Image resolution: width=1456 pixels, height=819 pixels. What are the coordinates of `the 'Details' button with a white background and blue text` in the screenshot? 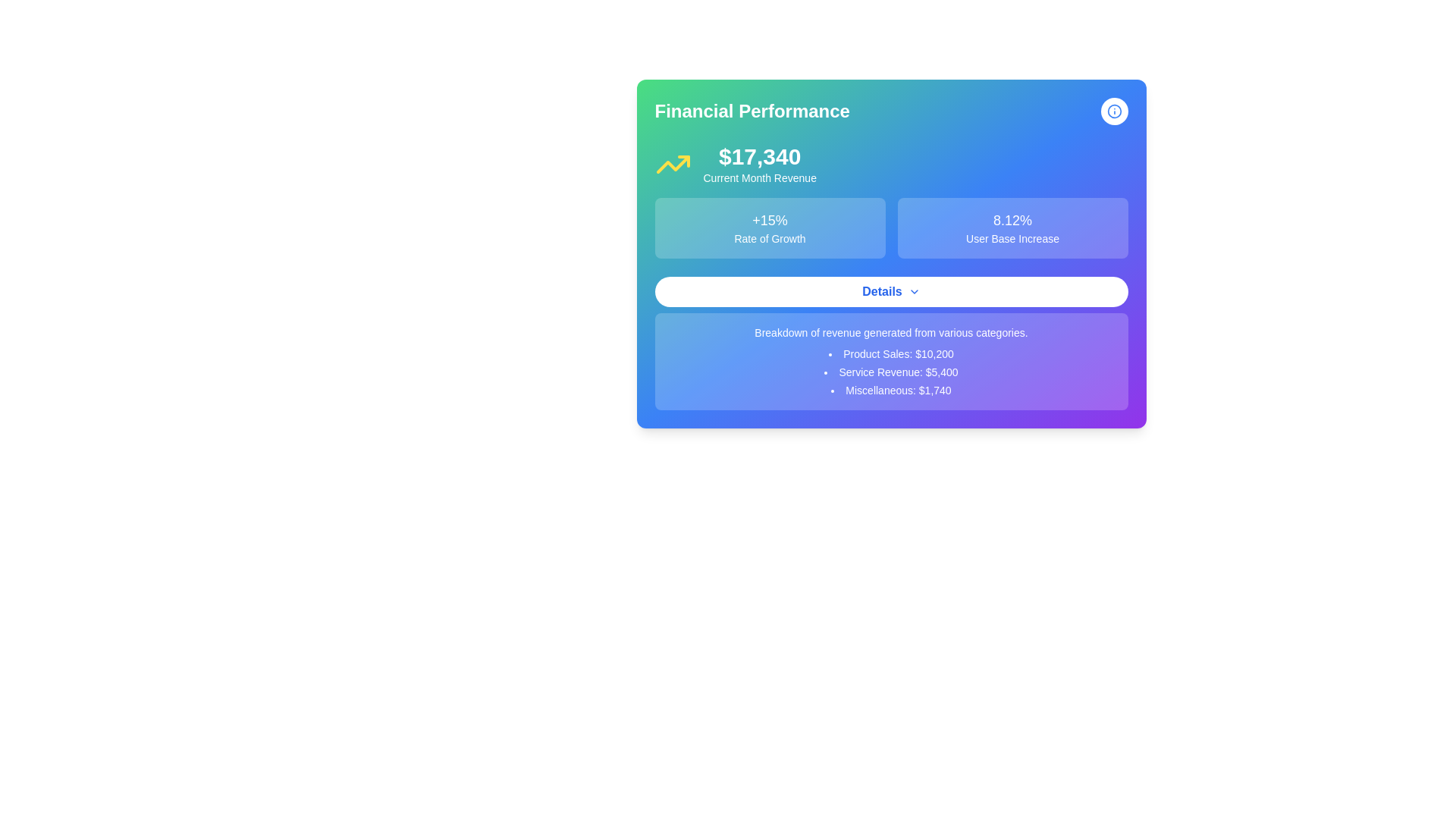 It's located at (891, 292).